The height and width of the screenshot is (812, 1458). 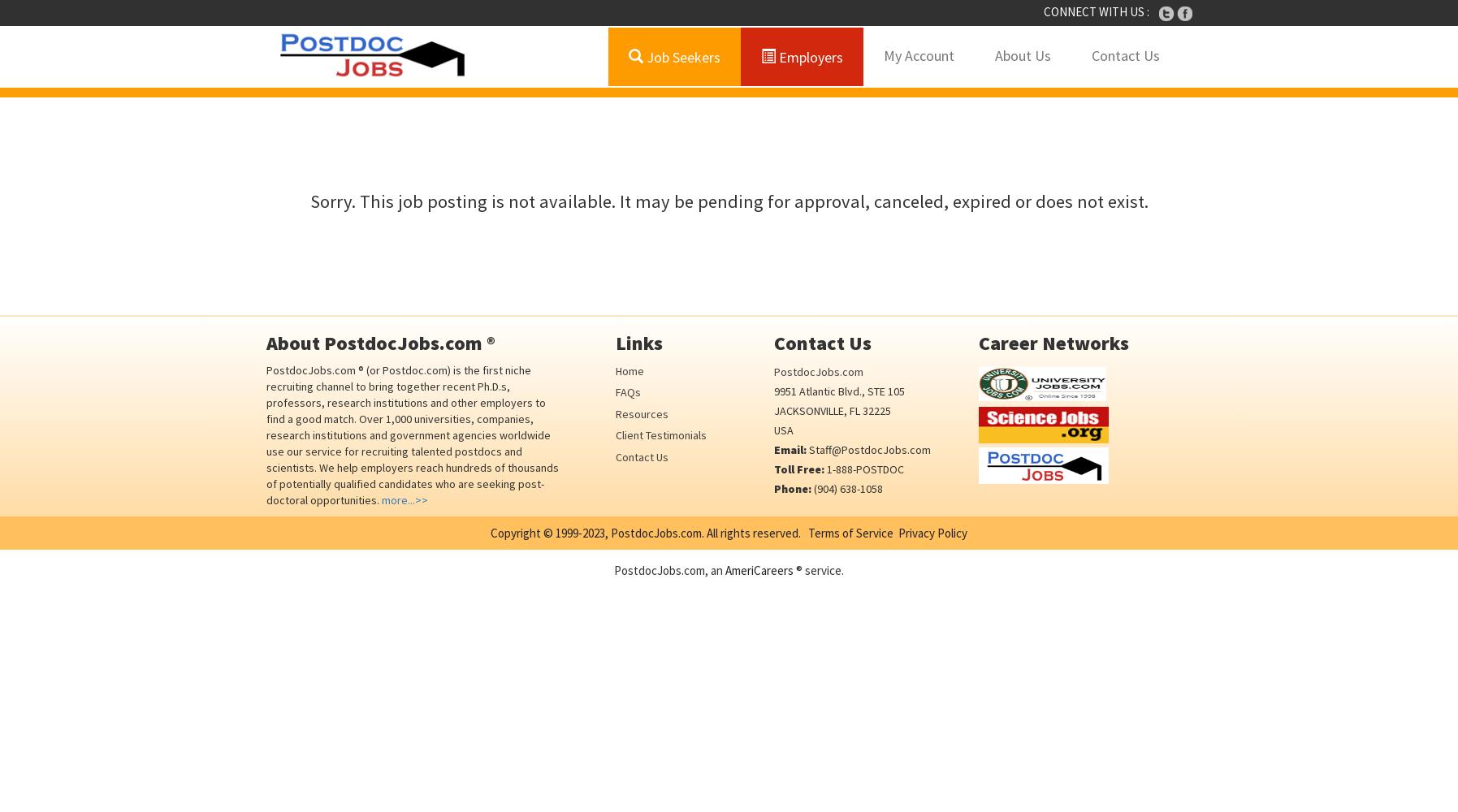 I want to click on 'Employers', so click(x=808, y=55).